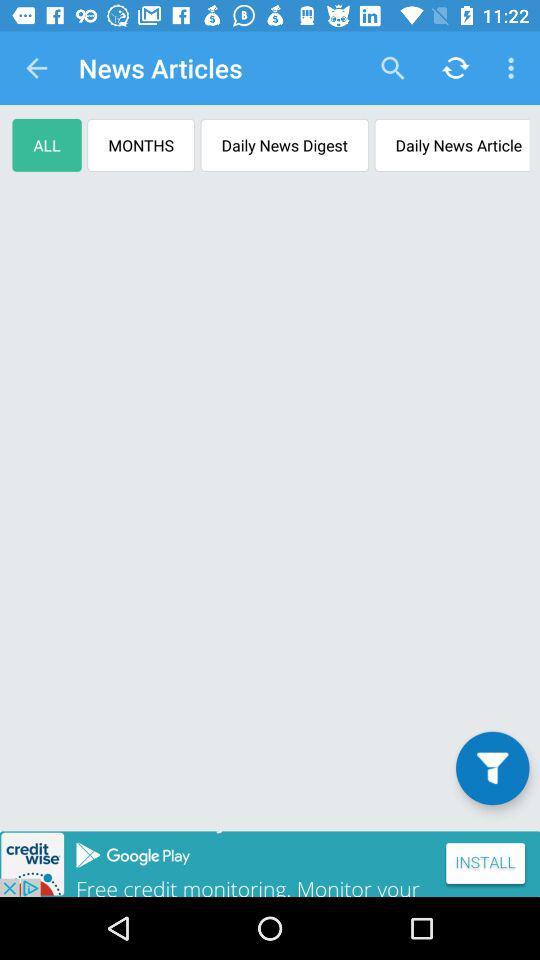 The image size is (540, 960). I want to click on the advertisement, so click(270, 863).